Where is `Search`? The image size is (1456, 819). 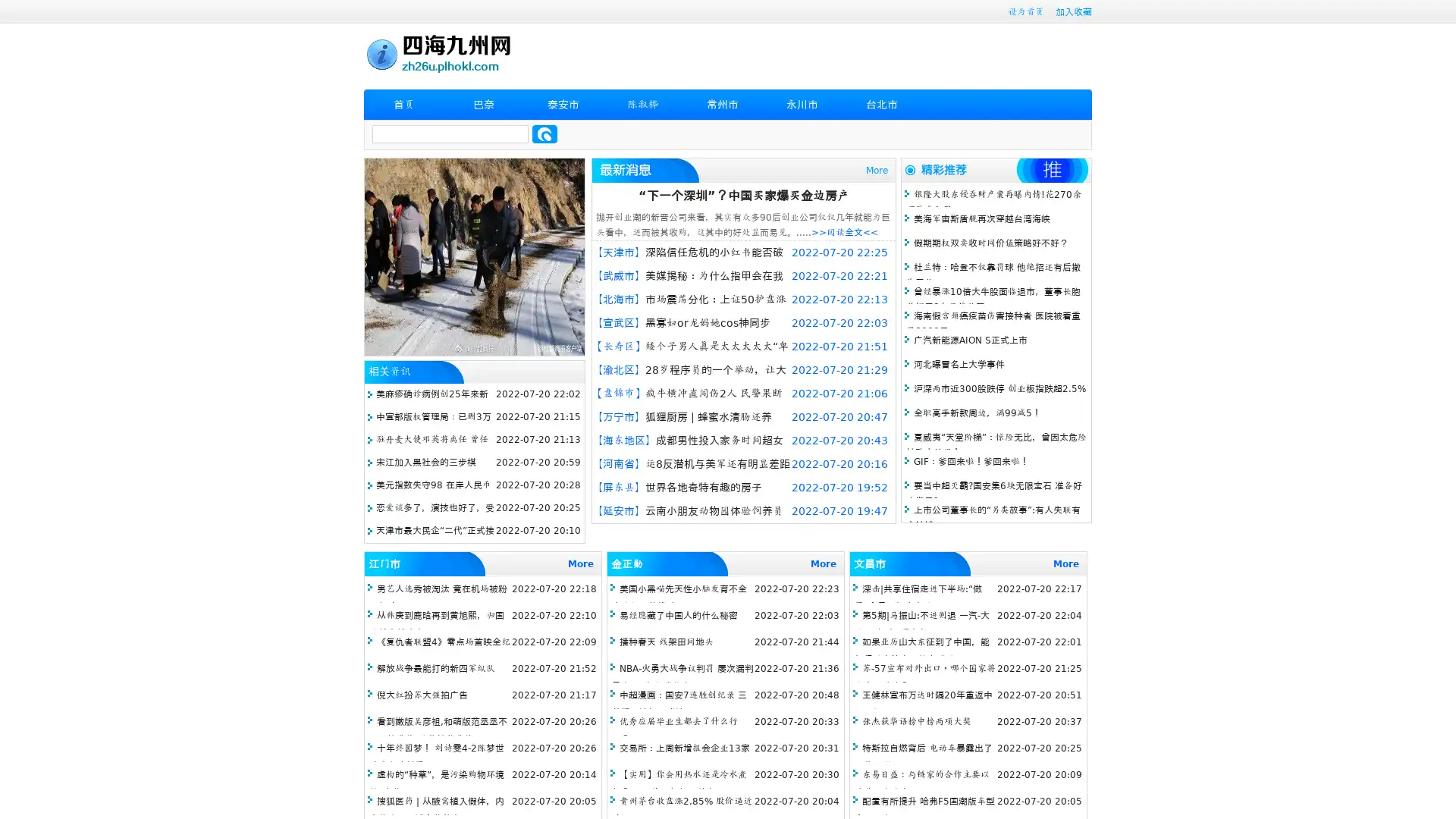
Search is located at coordinates (544, 133).